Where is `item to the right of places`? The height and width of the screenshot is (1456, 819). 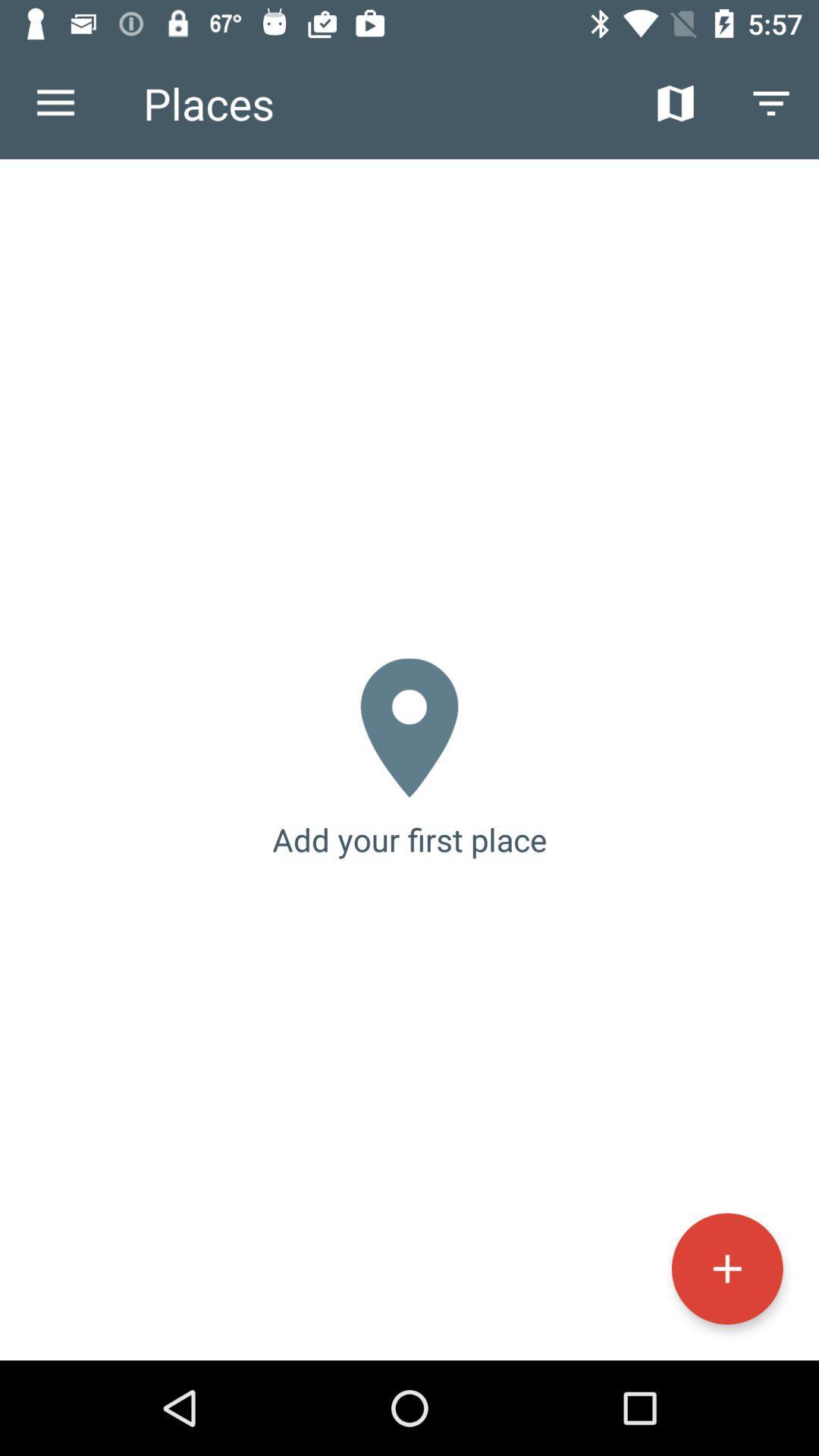 item to the right of places is located at coordinates (675, 102).